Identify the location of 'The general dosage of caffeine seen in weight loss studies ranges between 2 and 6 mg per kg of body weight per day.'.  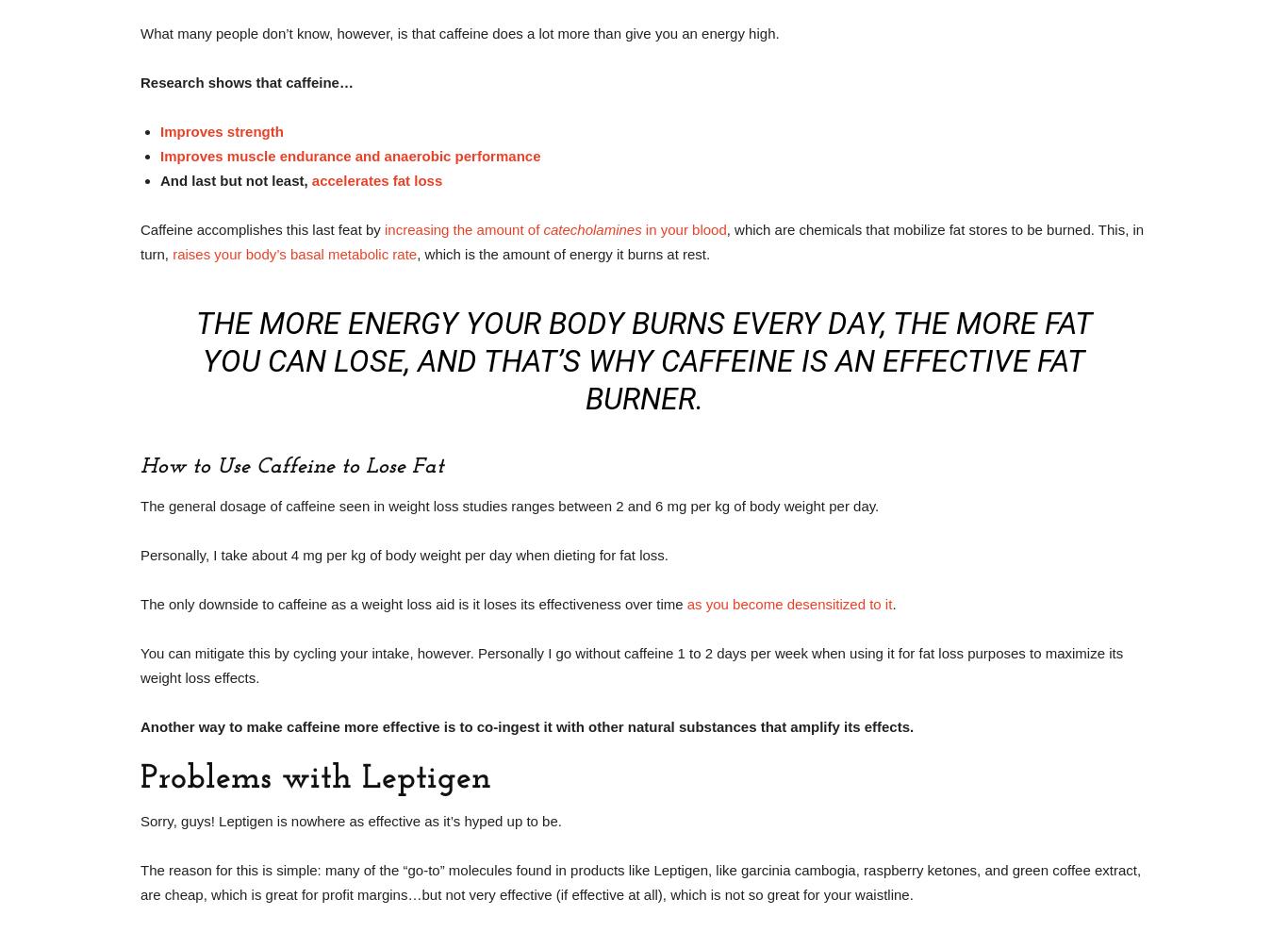
(509, 505).